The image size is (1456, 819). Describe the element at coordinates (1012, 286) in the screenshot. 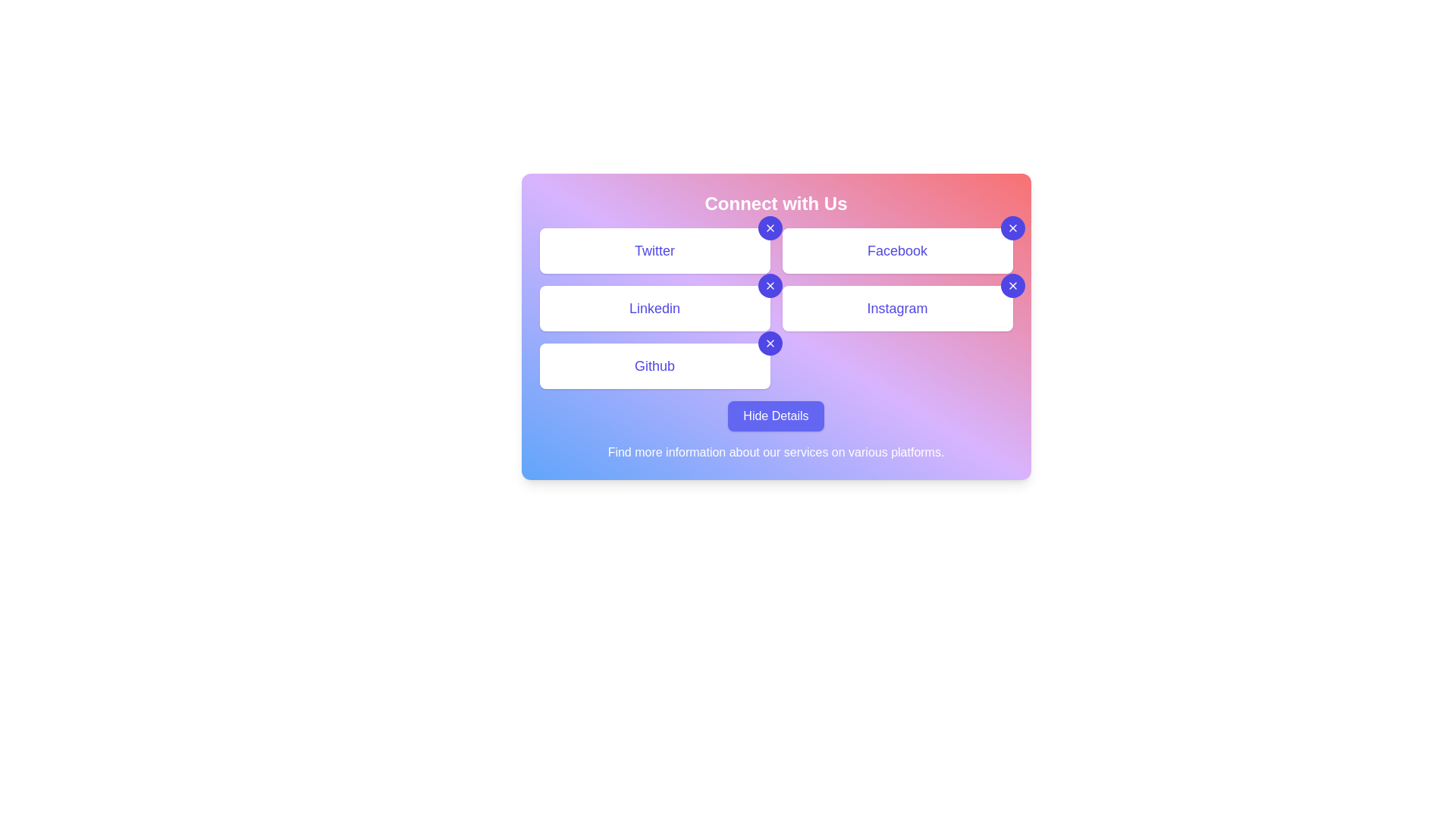

I see `the circular indigo button with a centered white 'X' icon at the top-right corner of the 'Instagram' section` at that location.